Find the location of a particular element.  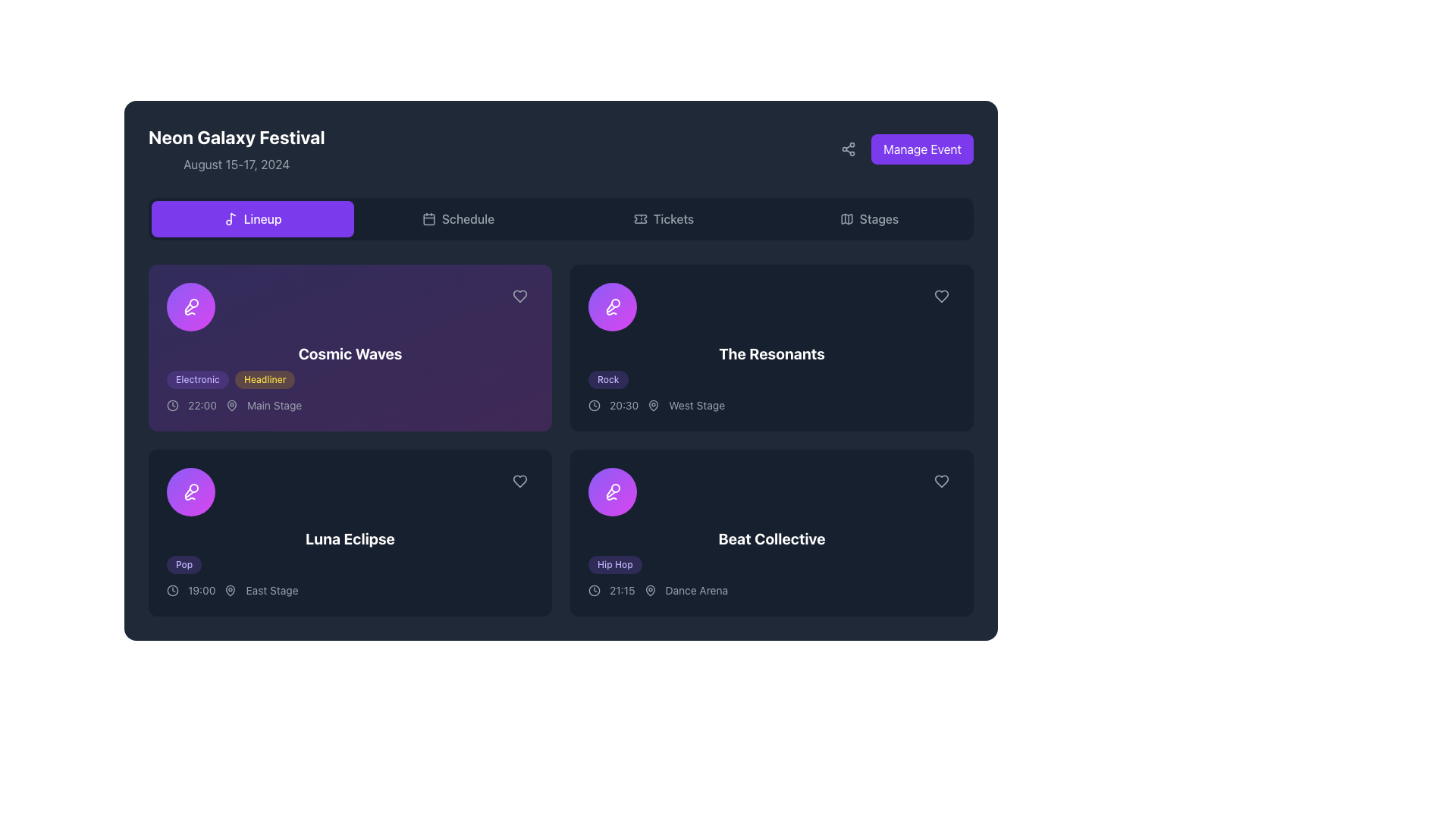

the decorative microphone icon with a gradient background transitioning from violet to fuchsia located at the top-left corner of the 'Cosmic Waves' event card is located at coordinates (190, 307).